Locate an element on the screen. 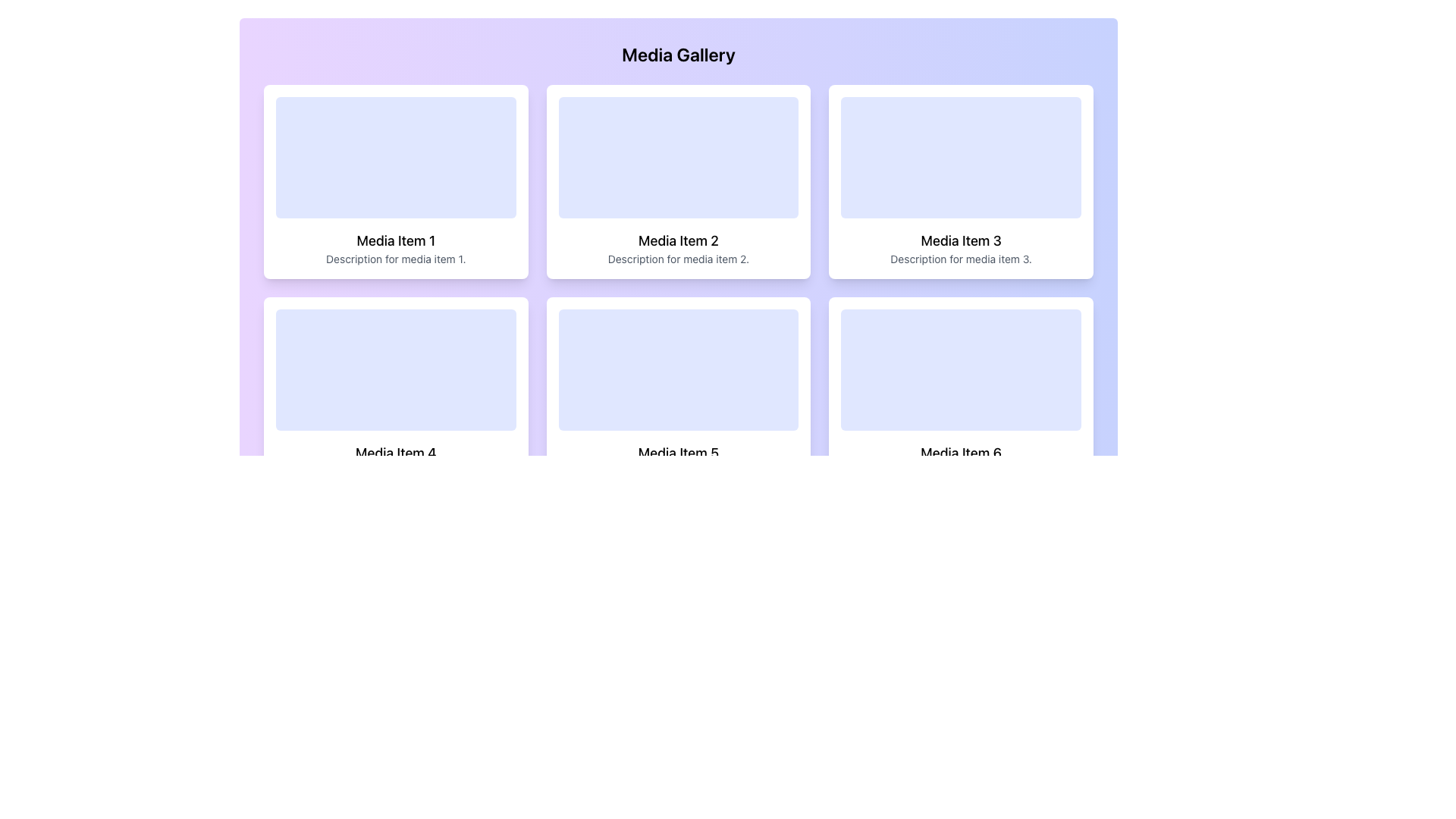 This screenshot has width=1456, height=819. the text label that serves as a title for the media card located in the top-left card of the grid layout, positioned below the image placeholder and above a smaller text description is located at coordinates (396, 240).